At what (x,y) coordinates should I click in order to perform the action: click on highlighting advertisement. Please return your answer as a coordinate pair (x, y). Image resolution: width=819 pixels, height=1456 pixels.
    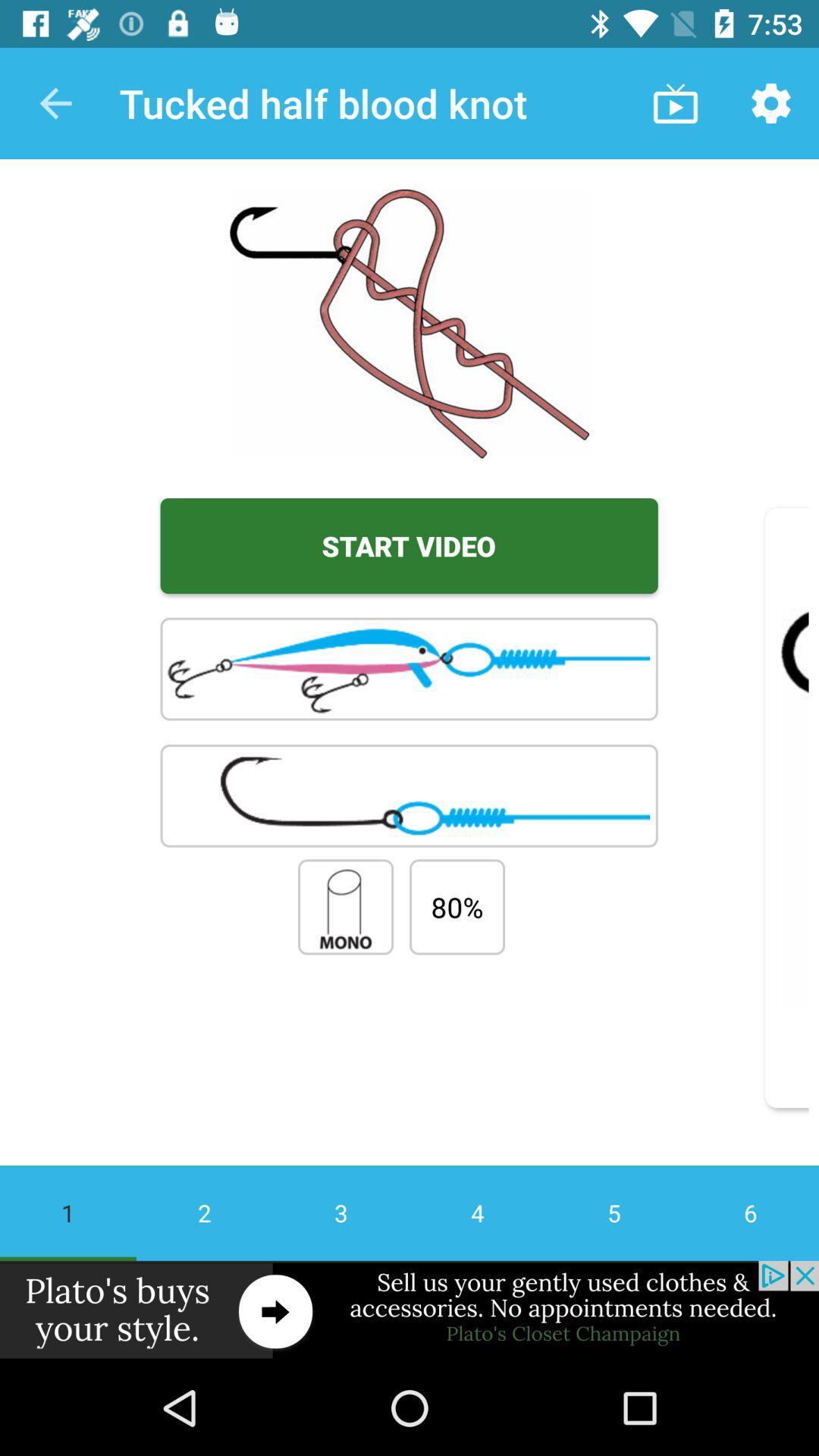
    Looking at the image, I should click on (409, 1310).